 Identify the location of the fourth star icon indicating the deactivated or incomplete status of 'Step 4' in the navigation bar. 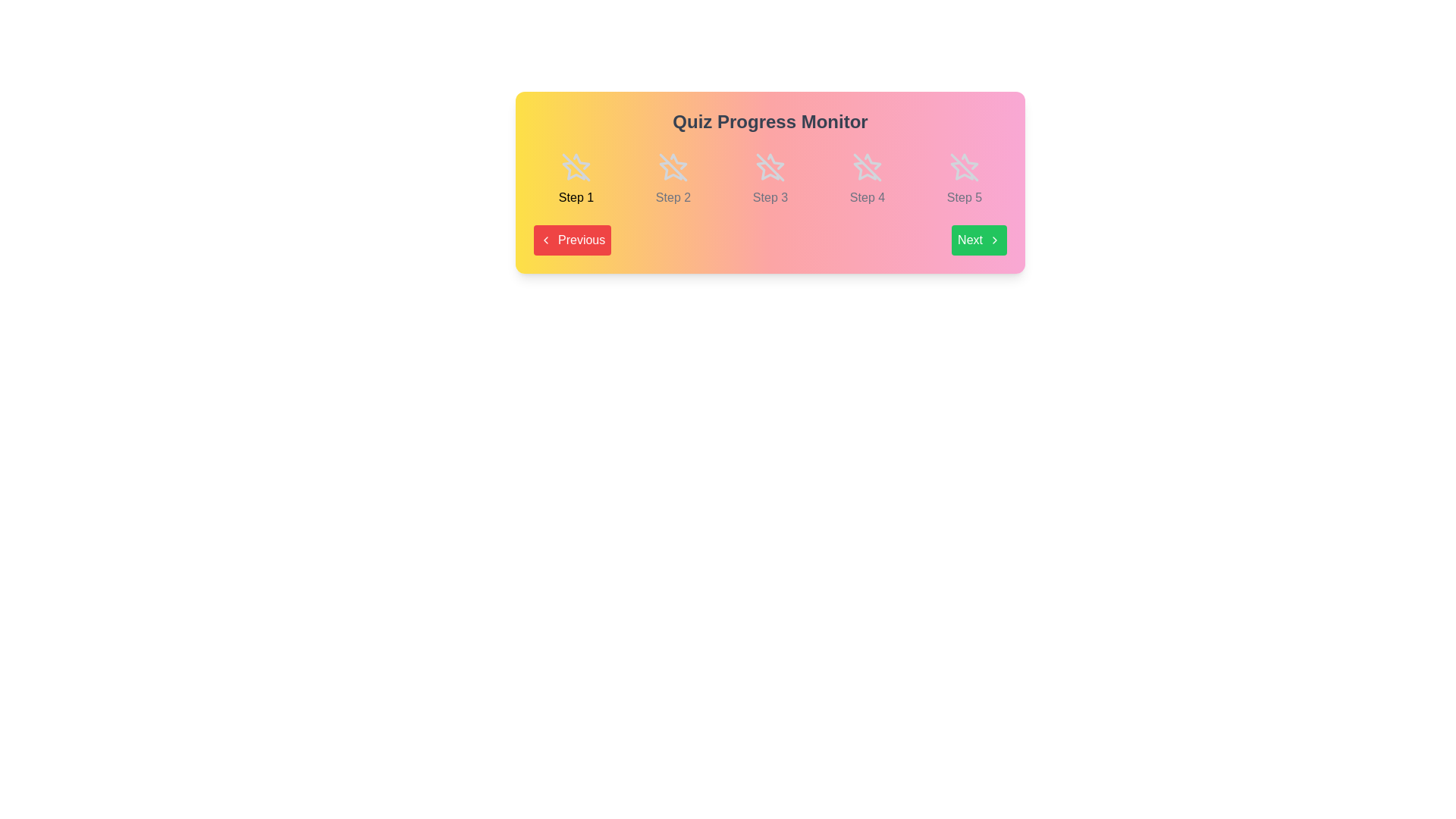
(867, 167).